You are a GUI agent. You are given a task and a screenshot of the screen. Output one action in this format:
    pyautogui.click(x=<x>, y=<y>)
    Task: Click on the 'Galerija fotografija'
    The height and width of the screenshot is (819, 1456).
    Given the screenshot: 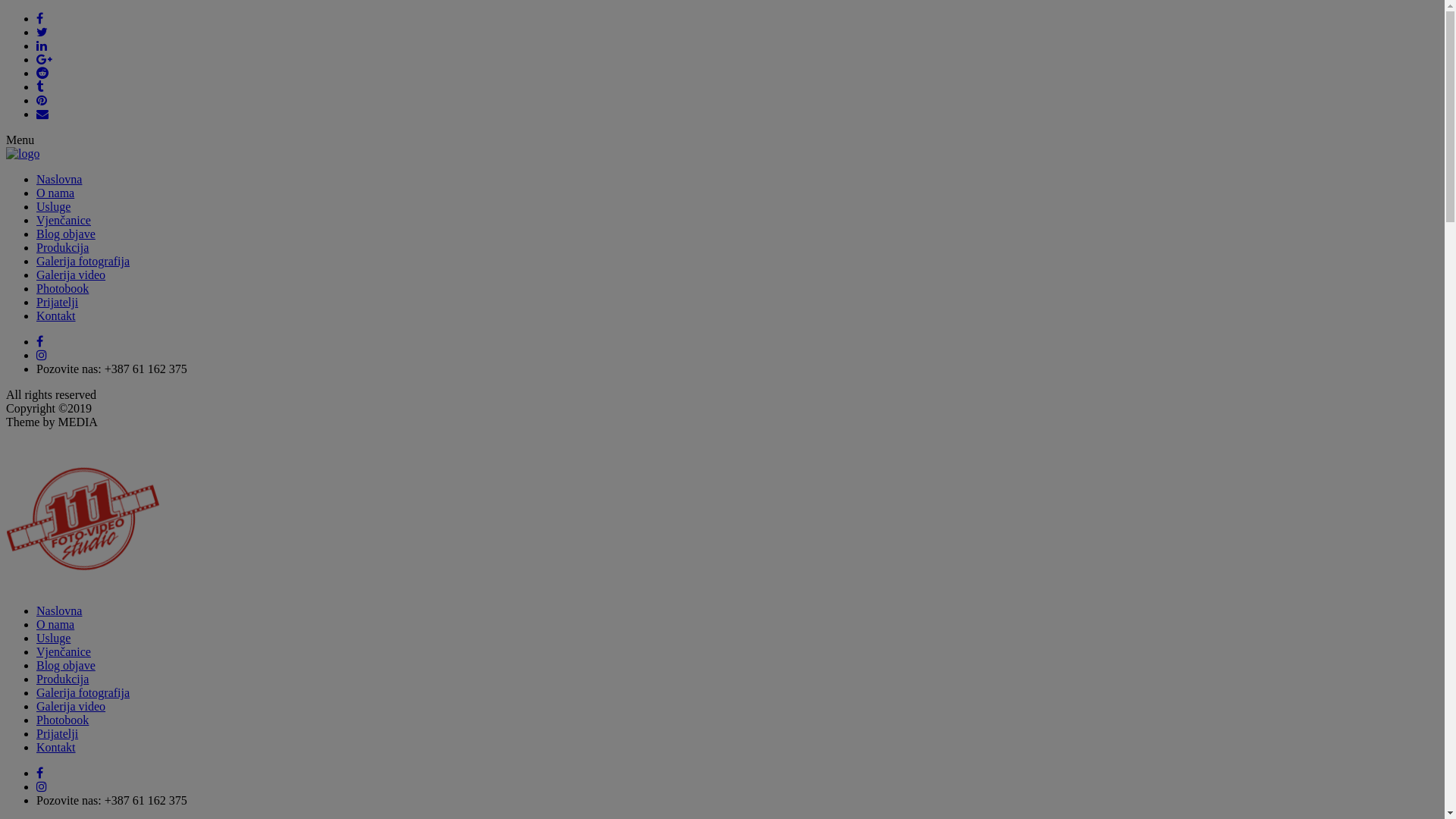 What is the action you would take?
    pyautogui.click(x=82, y=260)
    